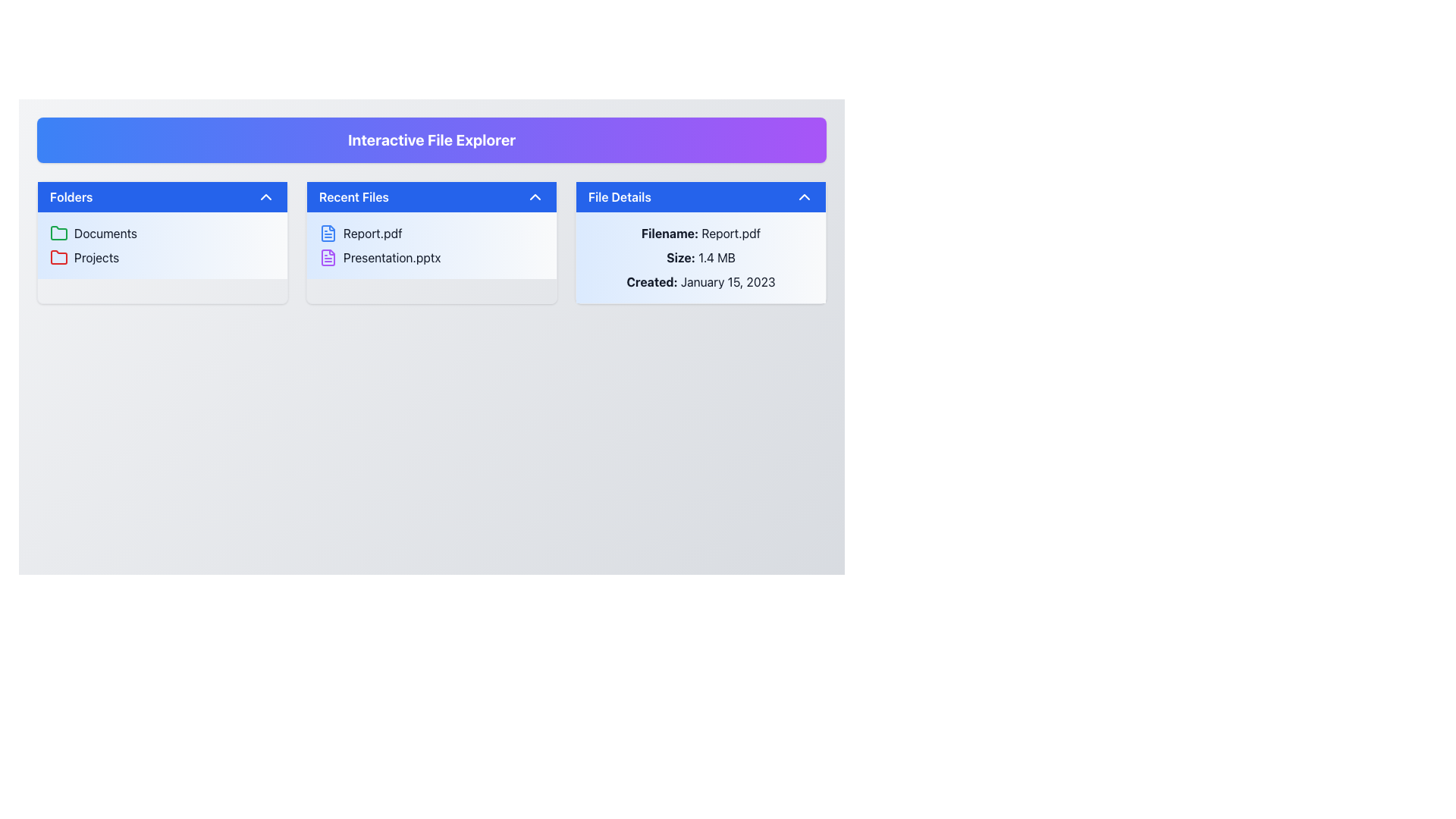 The width and height of the screenshot is (1456, 819). Describe the element at coordinates (700, 256) in the screenshot. I see `the Text display area in the 'File Details' section that shows filename, size, and creation date information` at that location.